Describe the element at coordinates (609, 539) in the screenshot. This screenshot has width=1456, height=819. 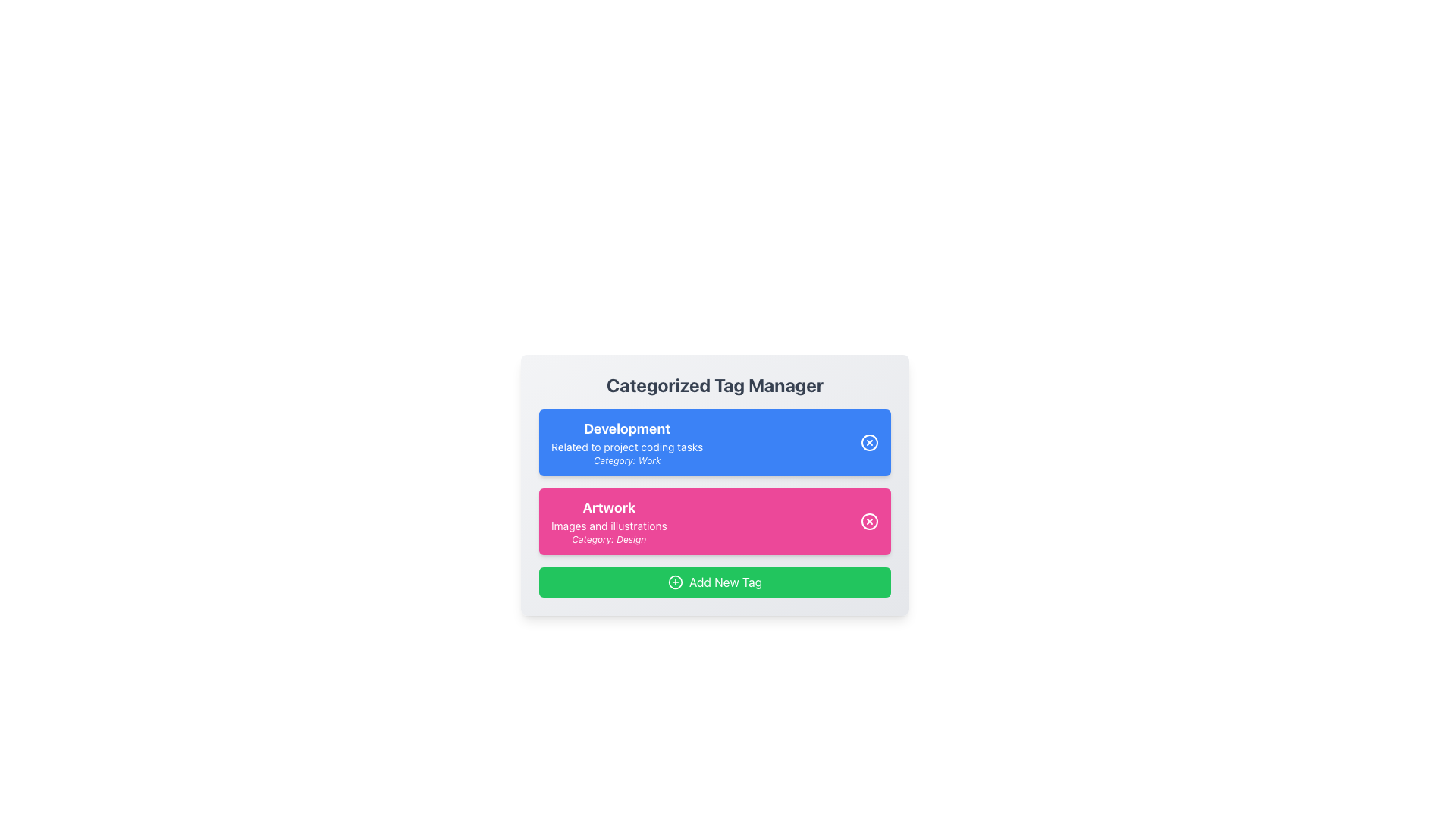
I see `italicized text label that displays 'Category: Design' located at the bottom left of the pink card labeled 'Artwork.'` at that location.